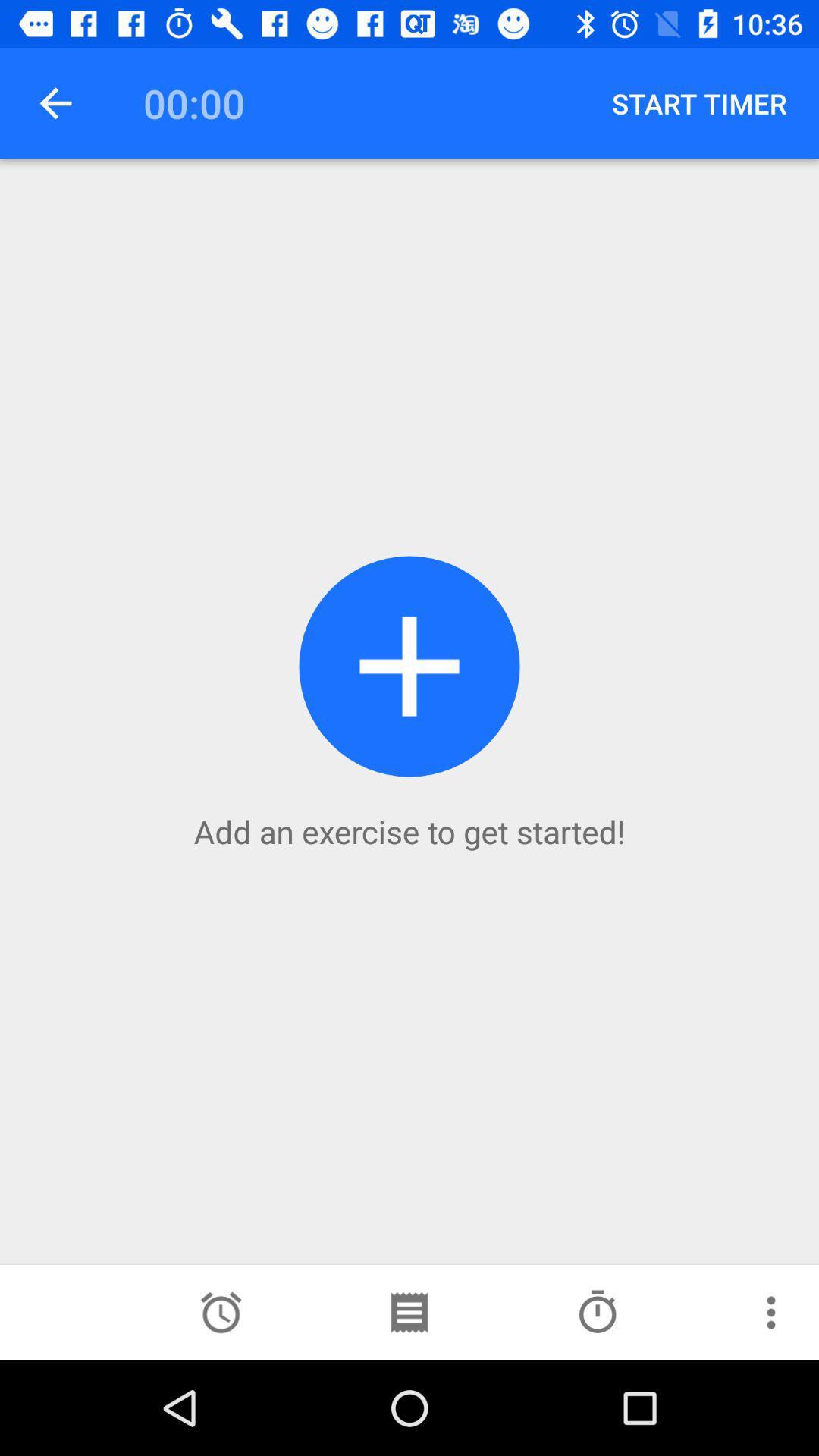  I want to click on choose alarm, so click(221, 1312).